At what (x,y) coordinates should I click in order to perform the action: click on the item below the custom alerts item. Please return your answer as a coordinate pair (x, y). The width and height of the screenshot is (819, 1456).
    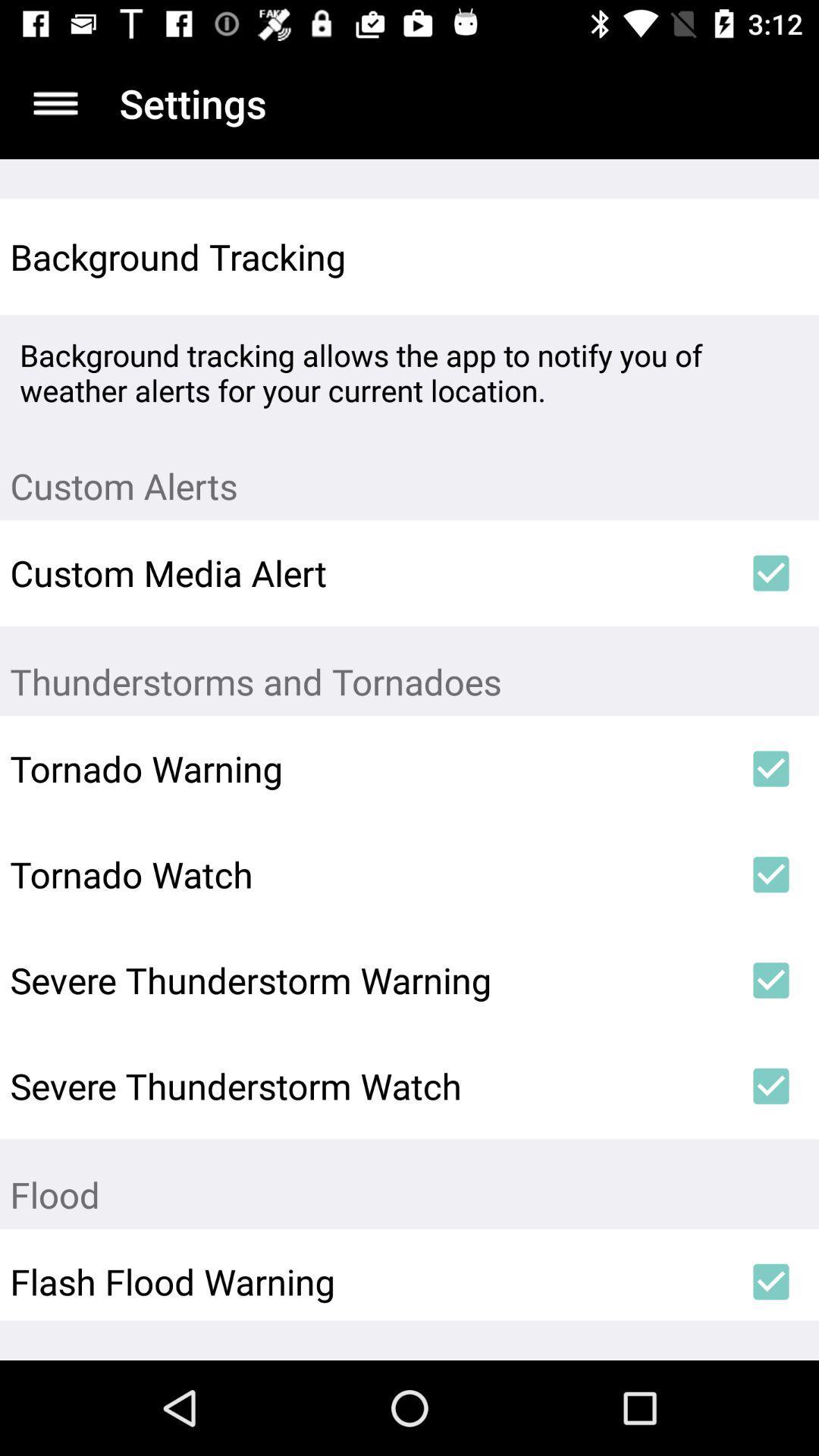
    Looking at the image, I should click on (771, 572).